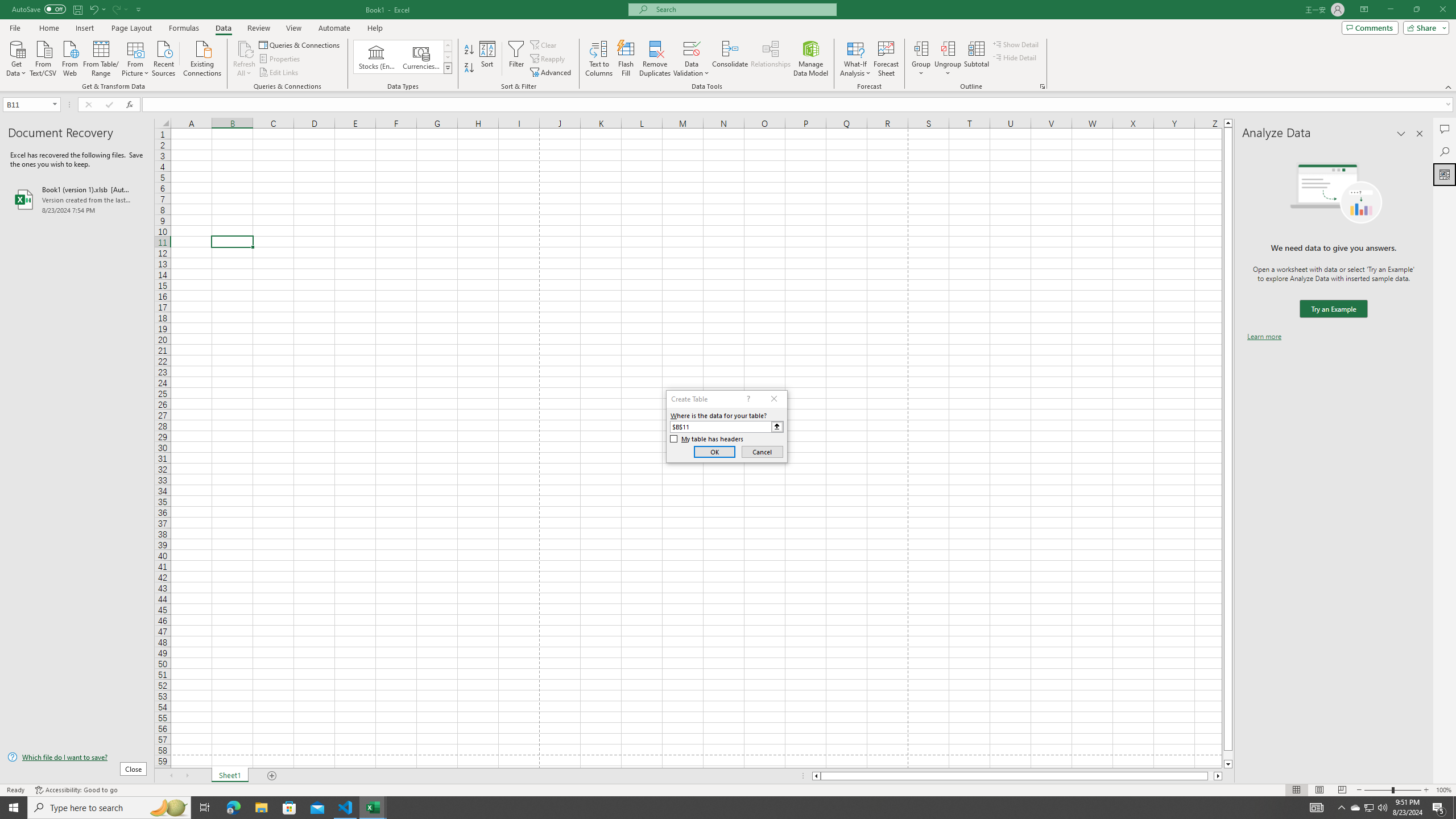 The width and height of the screenshot is (1456, 819). Describe the element at coordinates (27, 104) in the screenshot. I see `'Name Box'` at that location.